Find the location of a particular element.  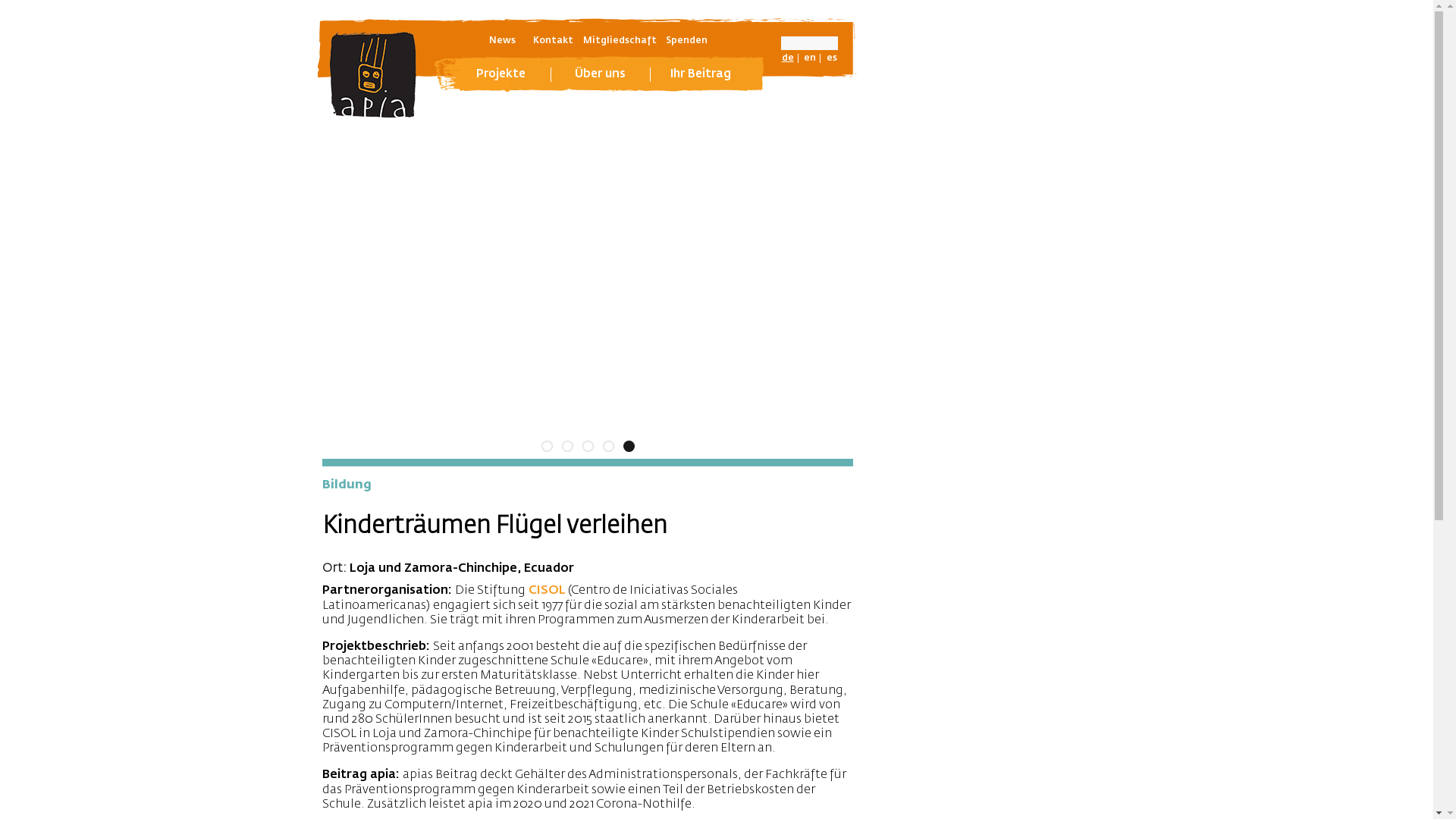

'de' is located at coordinates (787, 58).